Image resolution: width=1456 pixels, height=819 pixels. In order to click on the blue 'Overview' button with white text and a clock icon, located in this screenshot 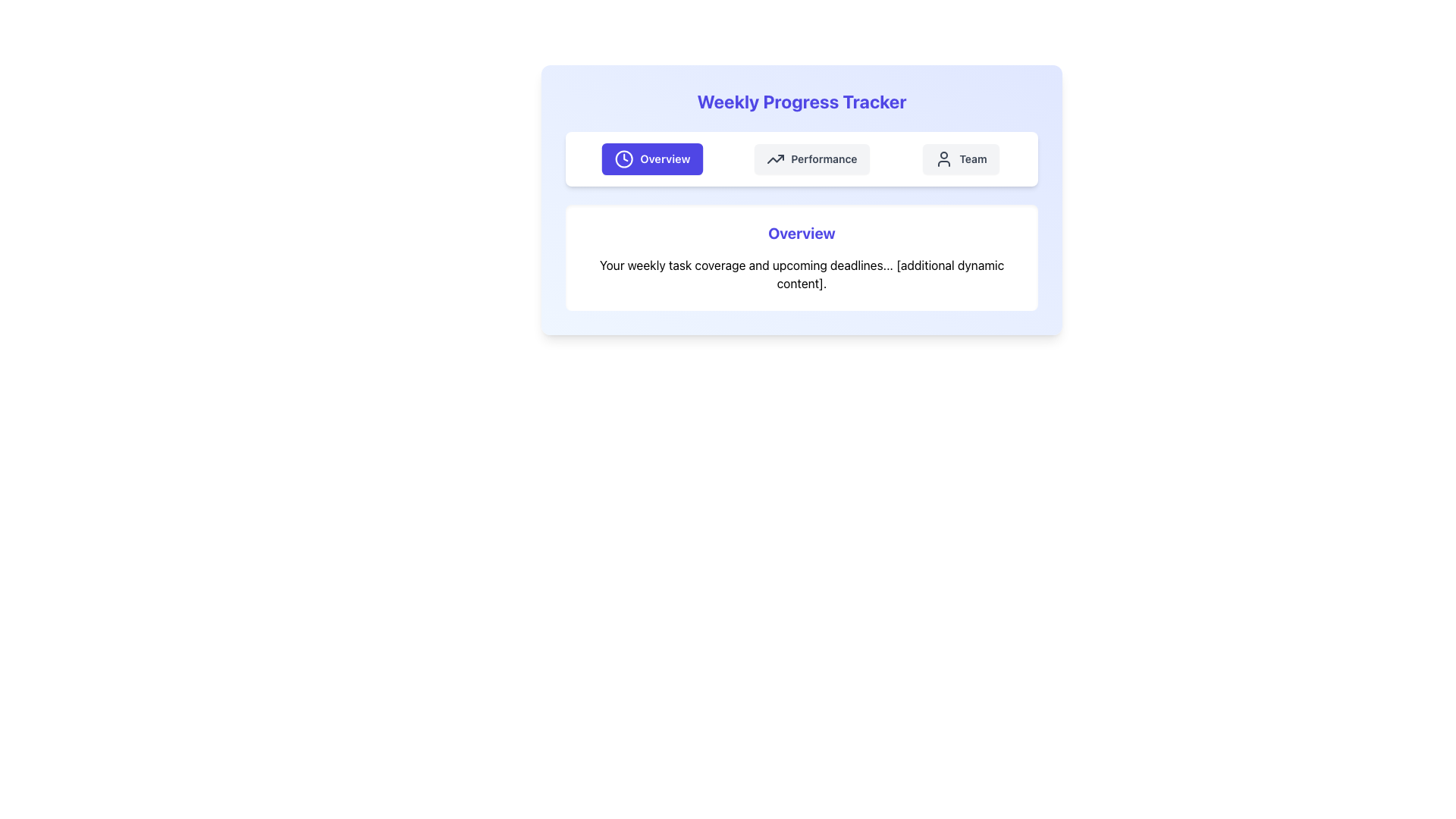, I will do `click(652, 158)`.